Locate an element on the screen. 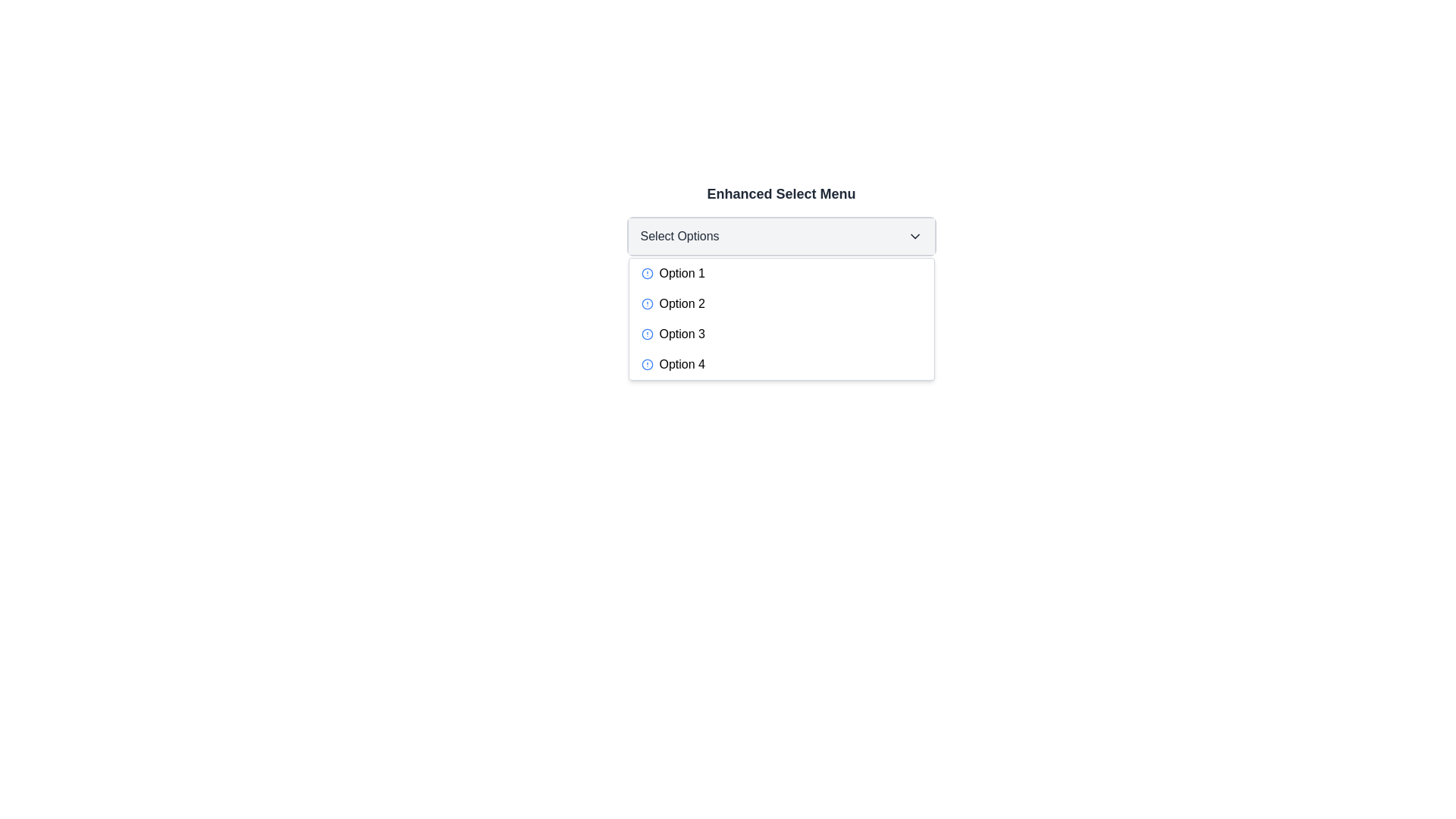 Image resolution: width=1456 pixels, height=819 pixels. the radio button labeled 'Option 4' located in the dropdown menu under 'Select Options' for potential visual feedback is located at coordinates (647, 365).